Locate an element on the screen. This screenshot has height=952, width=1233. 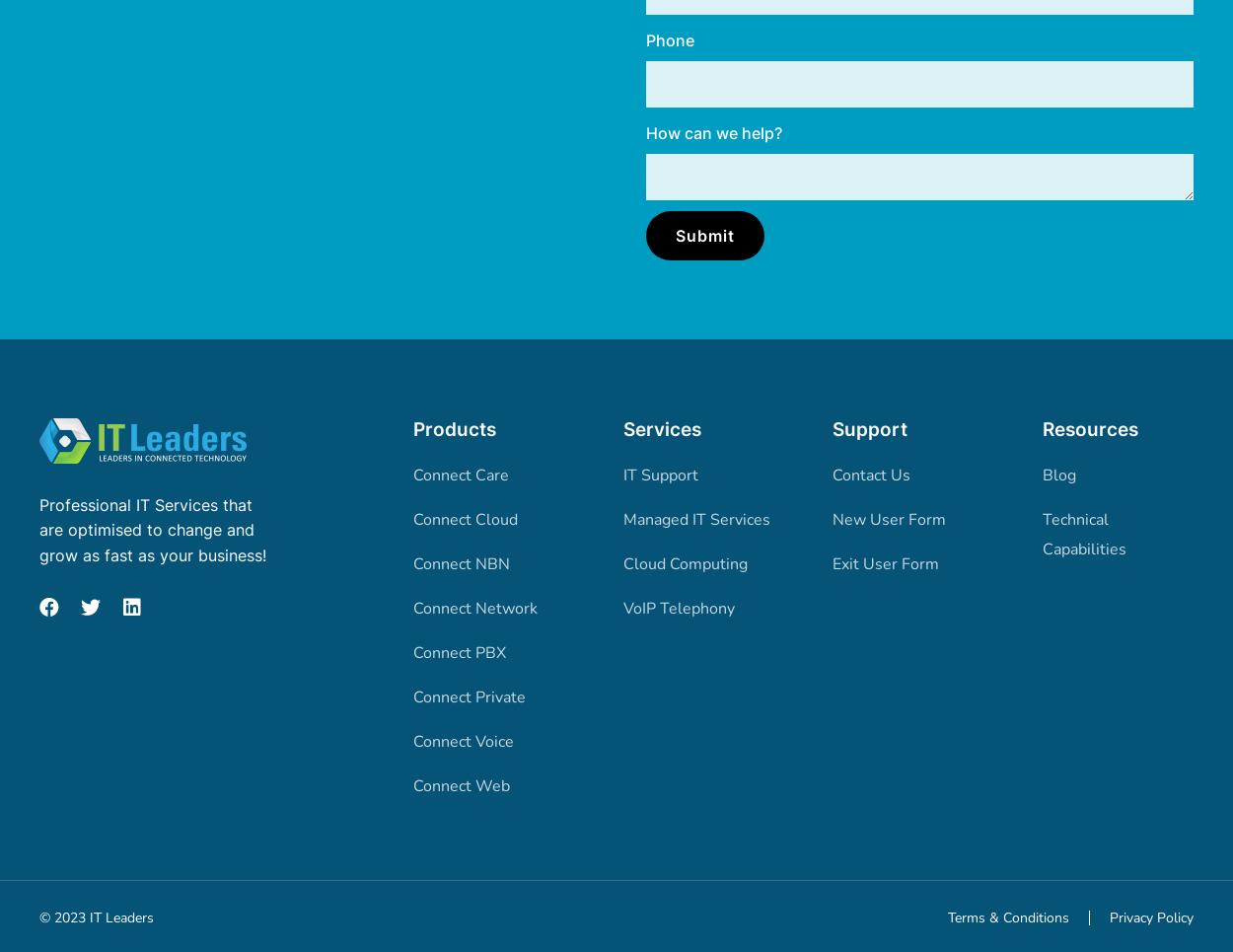
'Submit' is located at coordinates (703, 233).